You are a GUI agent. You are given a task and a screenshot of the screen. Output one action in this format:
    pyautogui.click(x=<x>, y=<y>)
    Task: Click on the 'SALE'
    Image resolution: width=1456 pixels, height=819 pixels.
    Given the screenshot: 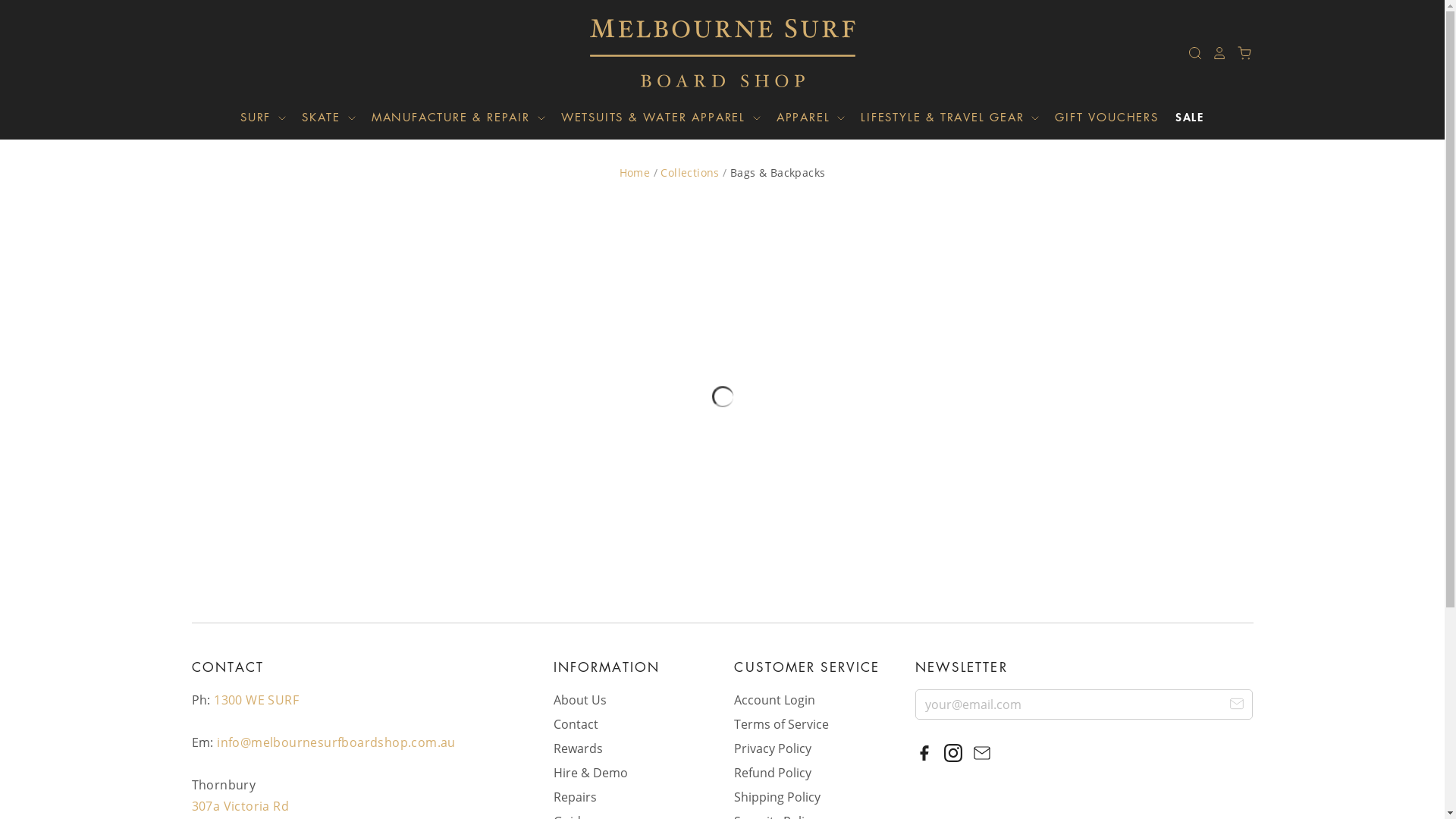 What is the action you would take?
    pyautogui.click(x=1159, y=116)
    